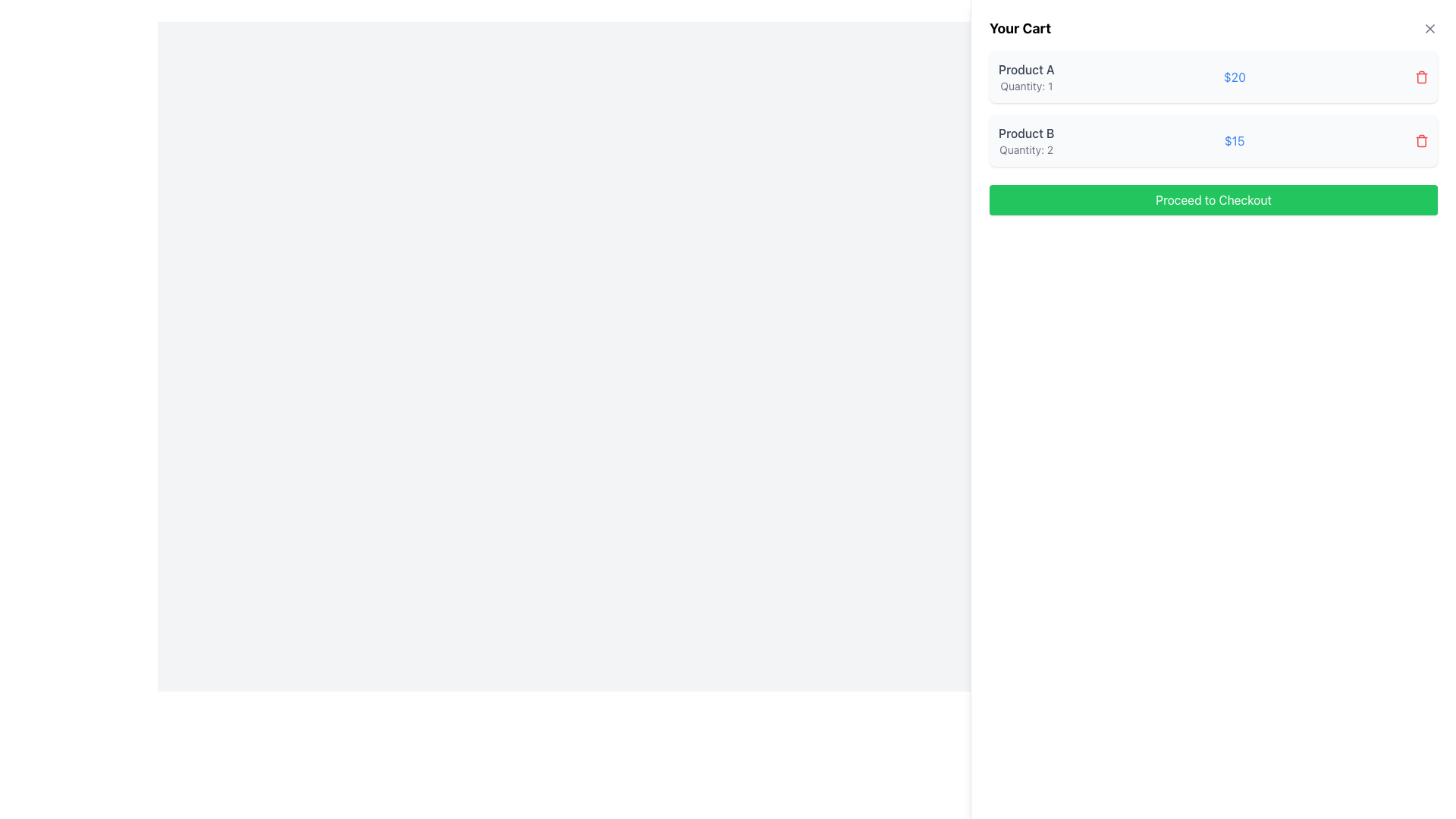 This screenshot has width=1456, height=819. What do you see at coordinates (1026, 149) in the screenshot?
I see `the text label displaying 'Quantity: 2' that is located under 'Product B' in the cart listing section` at bounding box center [1026, 149].